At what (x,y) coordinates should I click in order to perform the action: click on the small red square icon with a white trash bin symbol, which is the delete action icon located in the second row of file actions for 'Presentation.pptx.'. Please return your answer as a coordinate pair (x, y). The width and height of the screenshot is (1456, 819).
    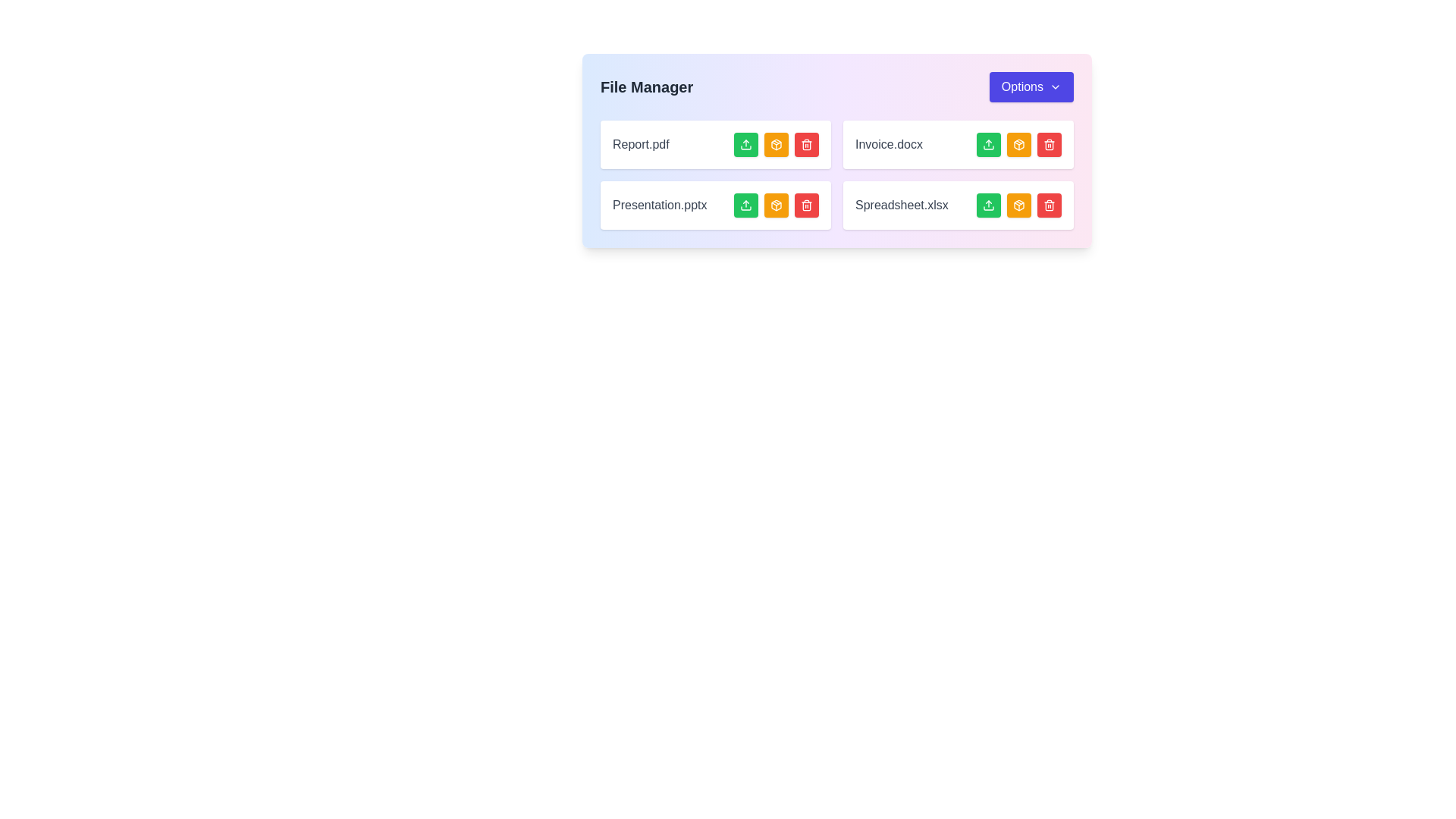
    Looking at the image, I should click on (806, 205).